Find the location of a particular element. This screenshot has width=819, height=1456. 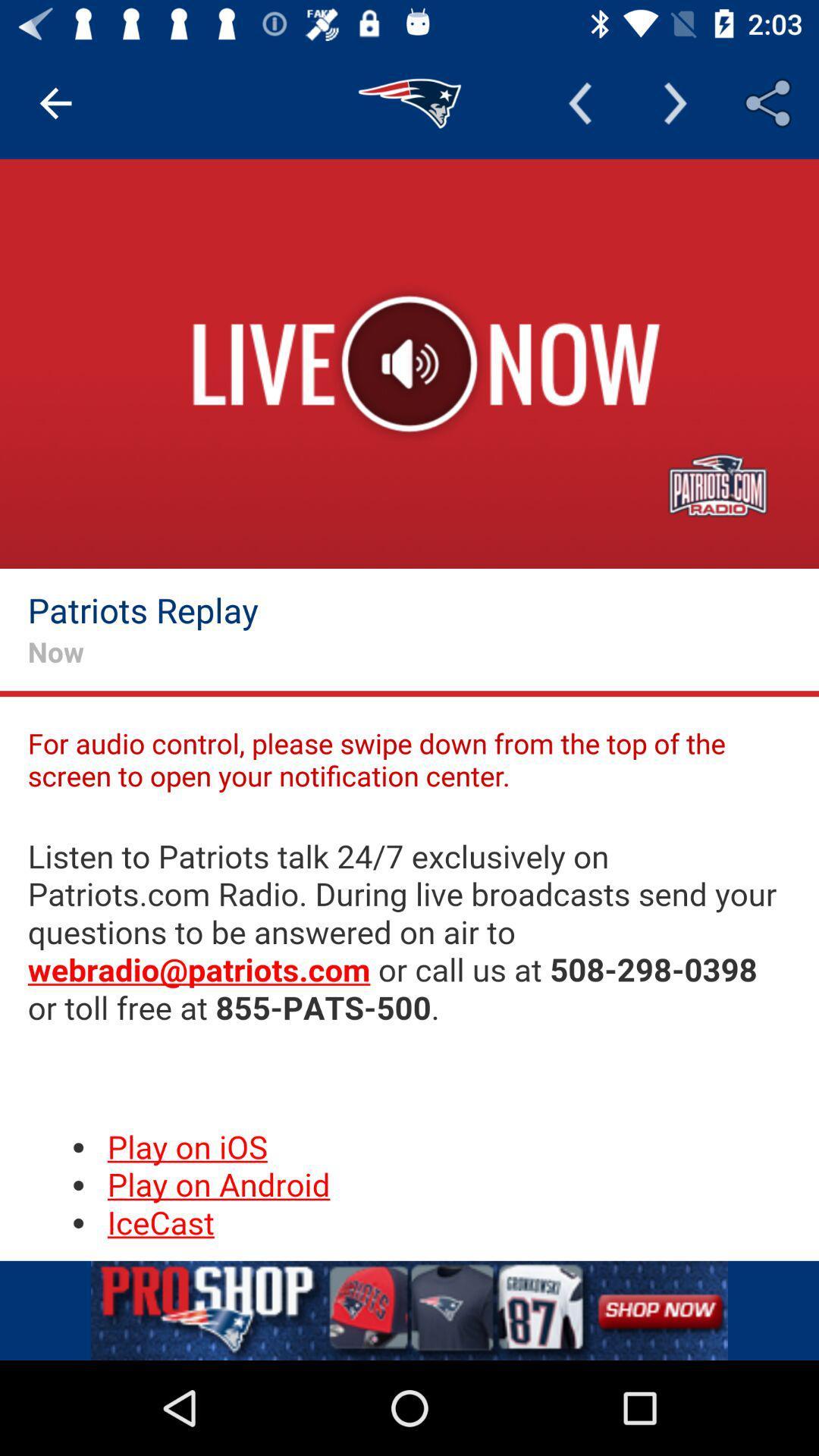

advertisement option is located at coordinates (409, 1310).